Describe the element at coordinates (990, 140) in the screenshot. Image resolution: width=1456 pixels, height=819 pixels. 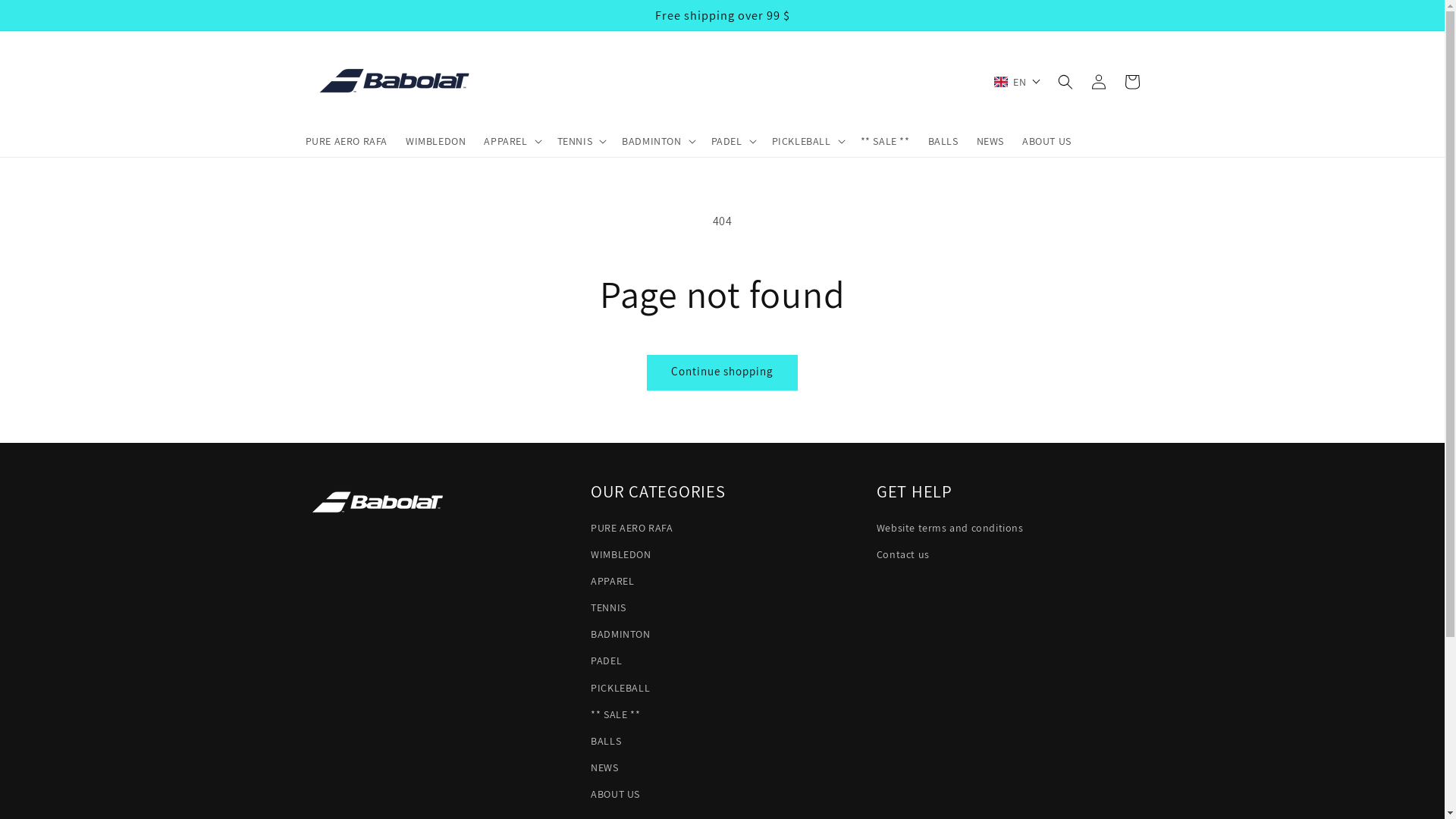
I see `'NEWS'` at that location.